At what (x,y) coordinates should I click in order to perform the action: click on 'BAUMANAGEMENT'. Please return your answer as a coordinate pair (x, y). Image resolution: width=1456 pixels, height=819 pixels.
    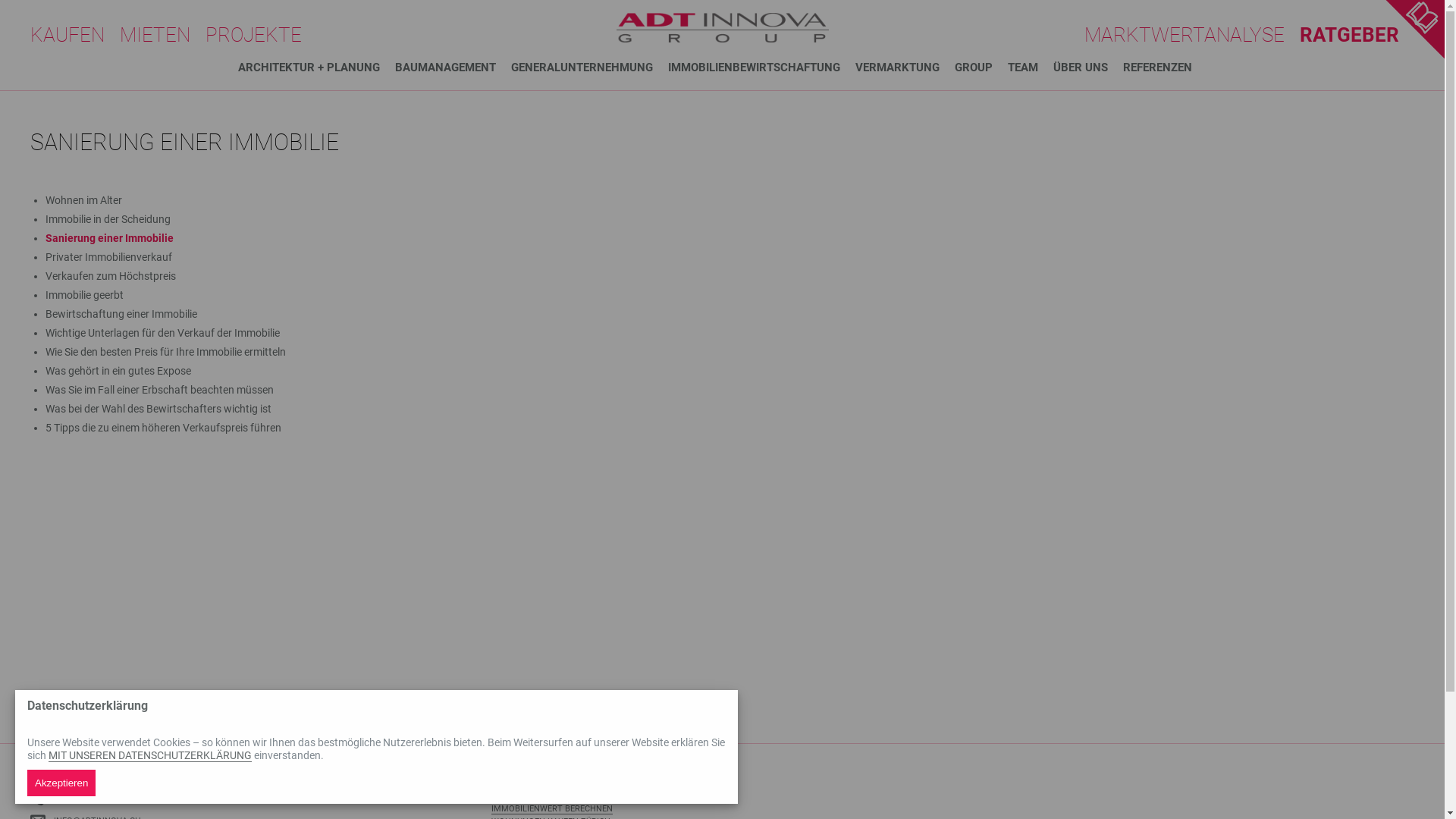
    Looking at the image, I should click on (451, 67).